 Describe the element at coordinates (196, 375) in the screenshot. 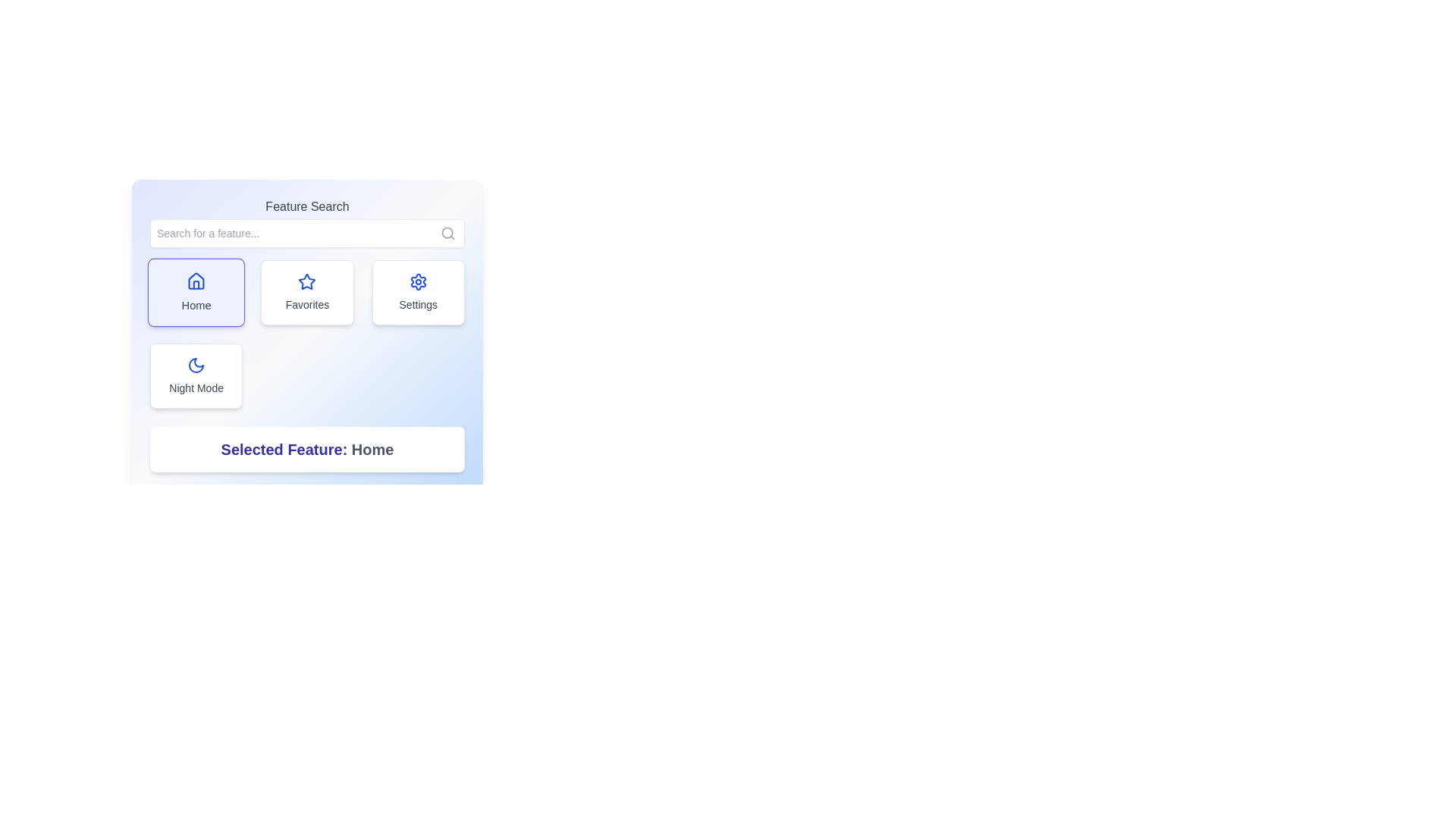

I see `the 'Night Mode' button, which is a rectangular button with a blue moon icon and gray text, located in the lower-left corner of the grid layout` at that location.